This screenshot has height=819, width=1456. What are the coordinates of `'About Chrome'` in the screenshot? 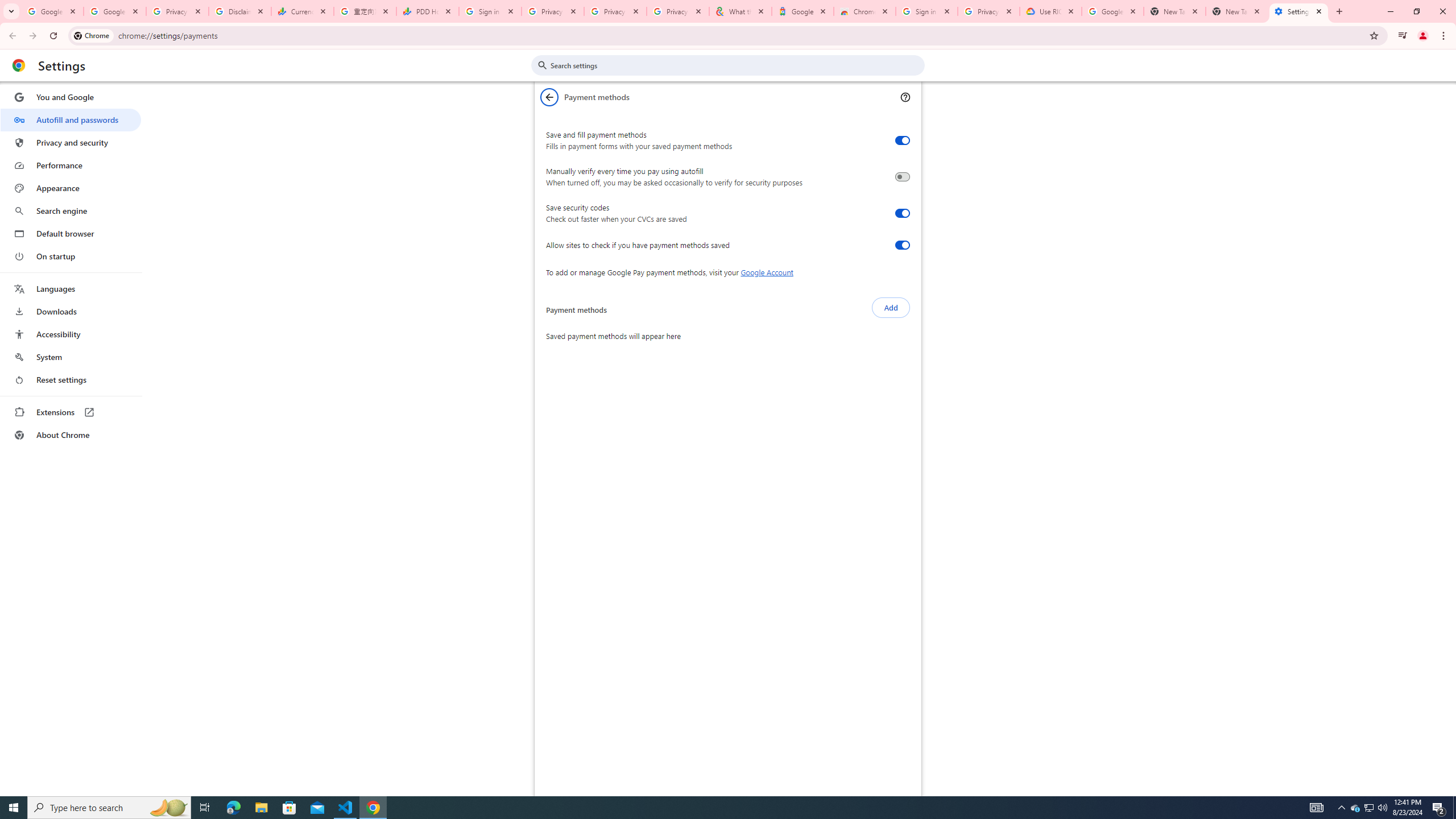 It's located at (70, 434).